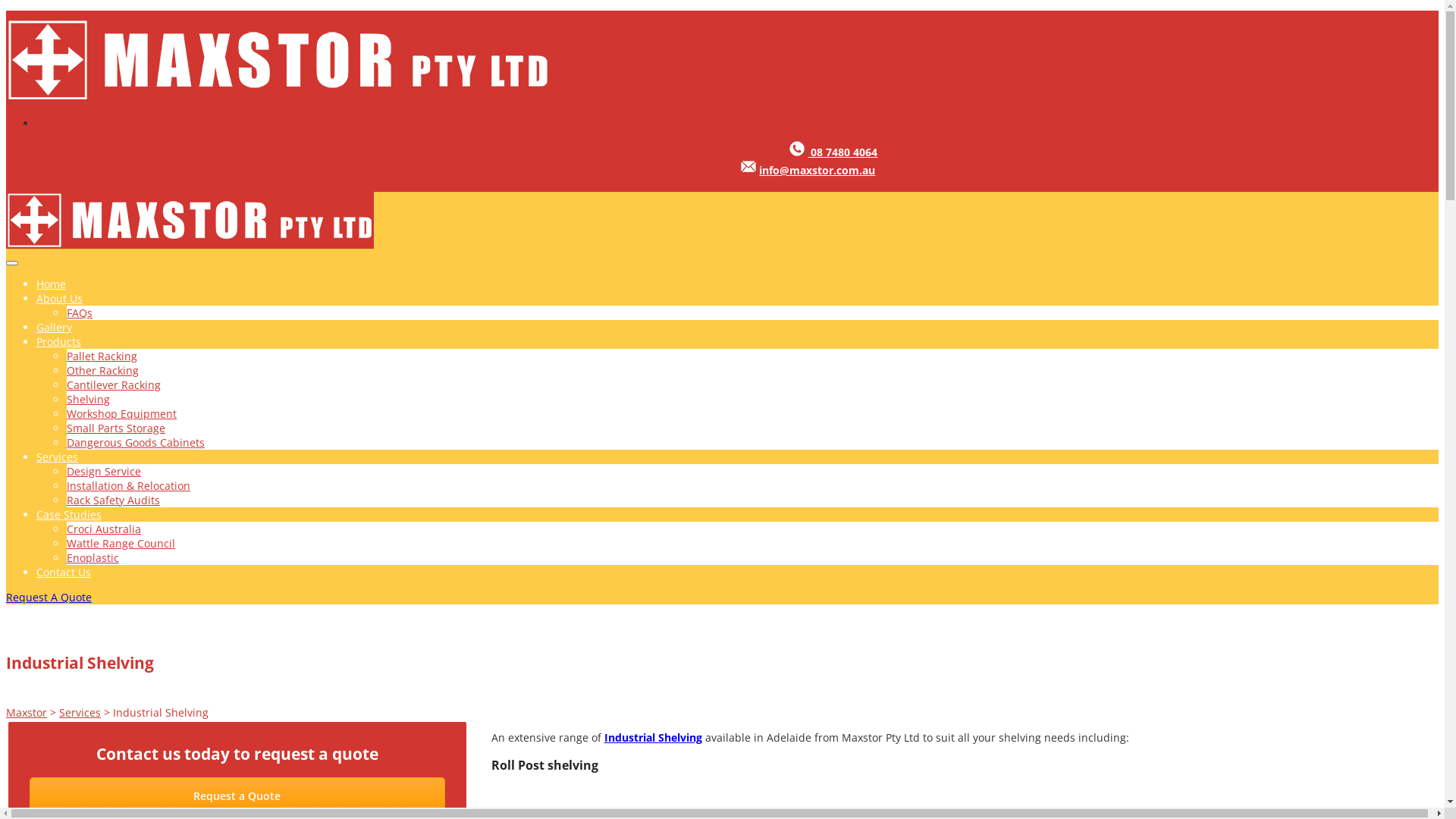  I want to click on 'Wattle Range Council', so click(120, 542).